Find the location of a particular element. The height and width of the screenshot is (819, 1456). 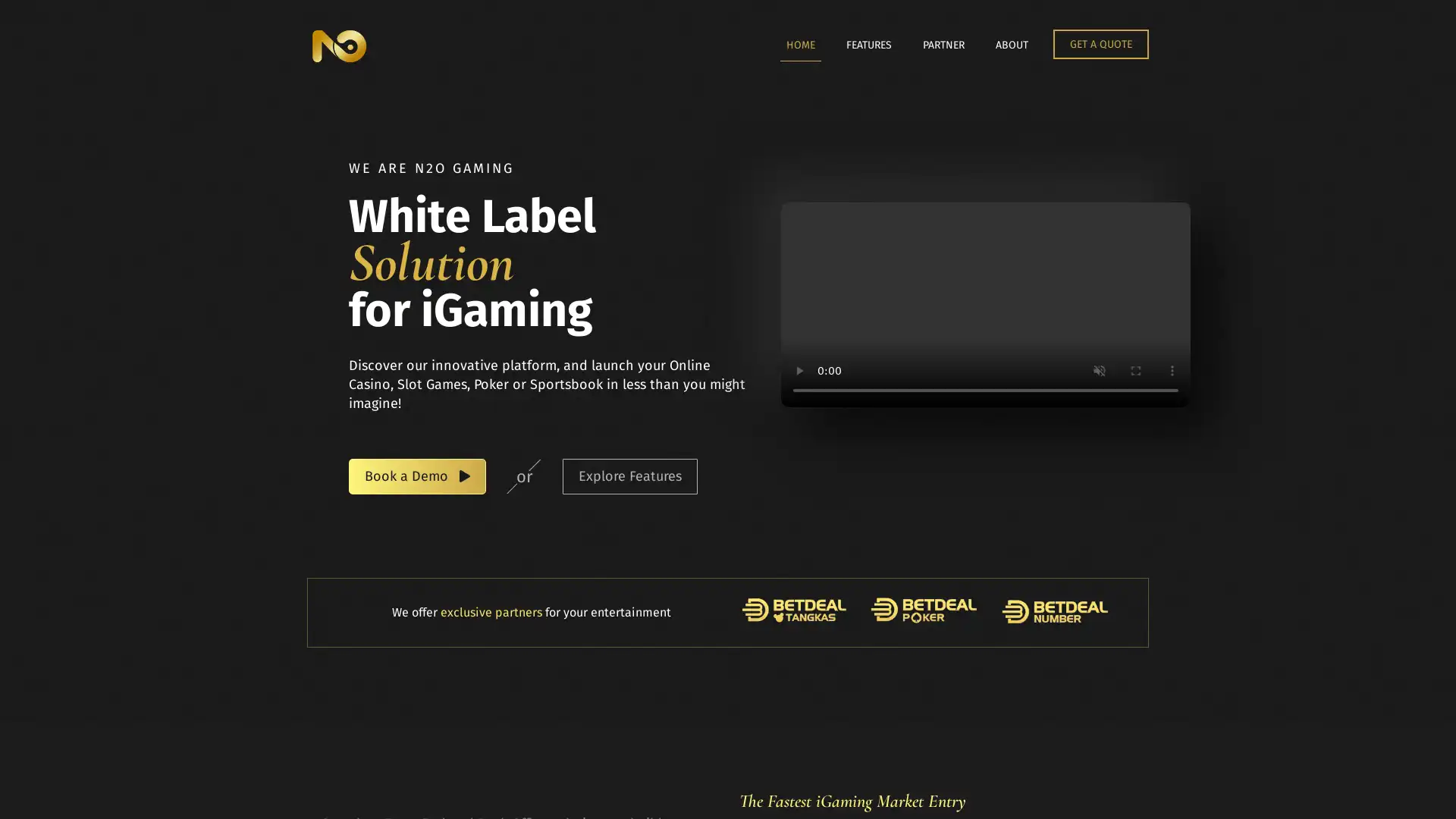

unmute is located at coordinates (1099, 371).